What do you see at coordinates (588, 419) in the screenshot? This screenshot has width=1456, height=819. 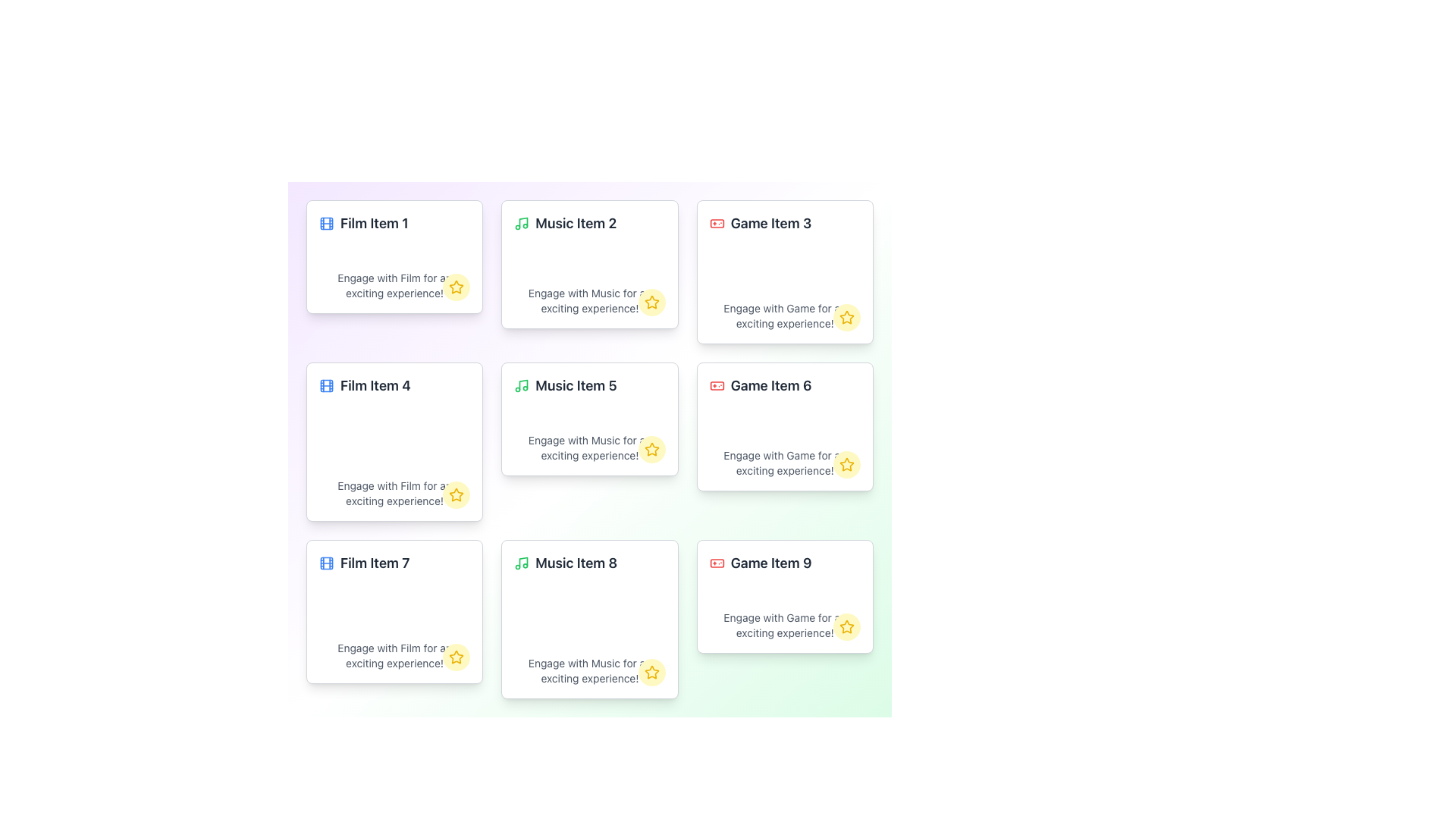 I see `on the card labeled 'Music Item 5'` at bounding box center [588, 419].